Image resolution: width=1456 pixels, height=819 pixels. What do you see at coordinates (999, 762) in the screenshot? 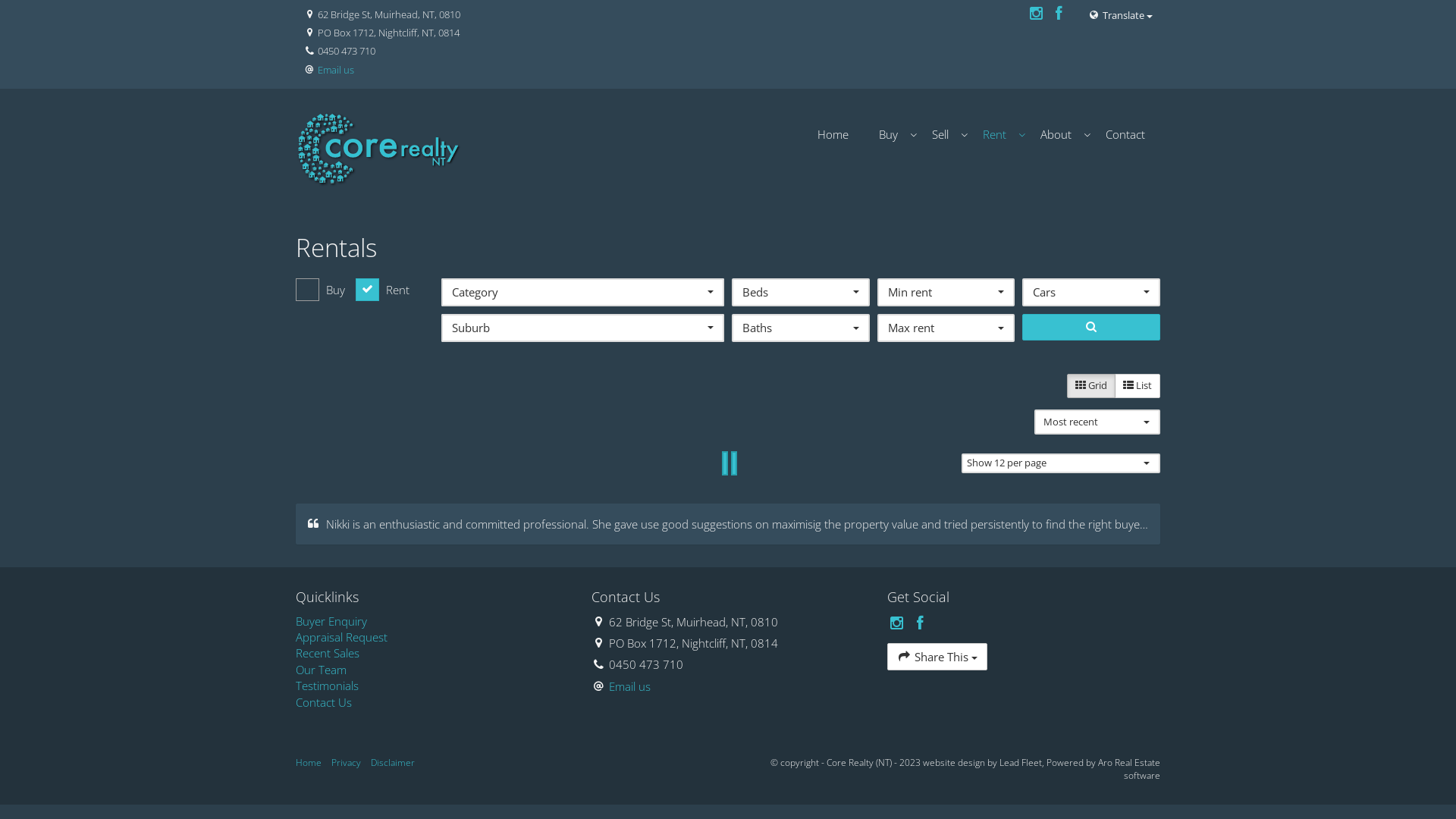
I see `'Lead Fleet'` at bounding box center [999, 762].